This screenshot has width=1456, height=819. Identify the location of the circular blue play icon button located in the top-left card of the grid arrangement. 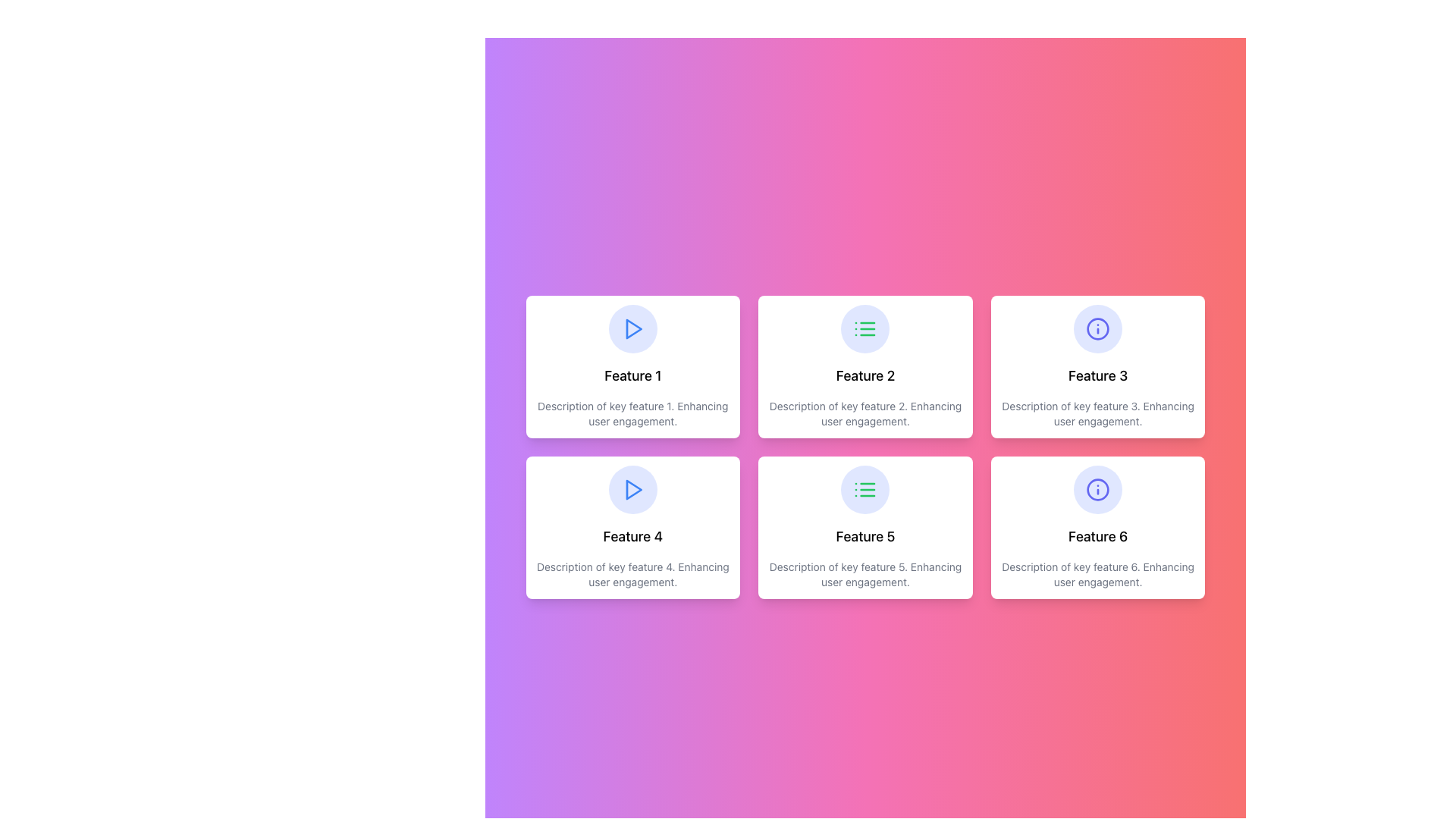
(632, 328).